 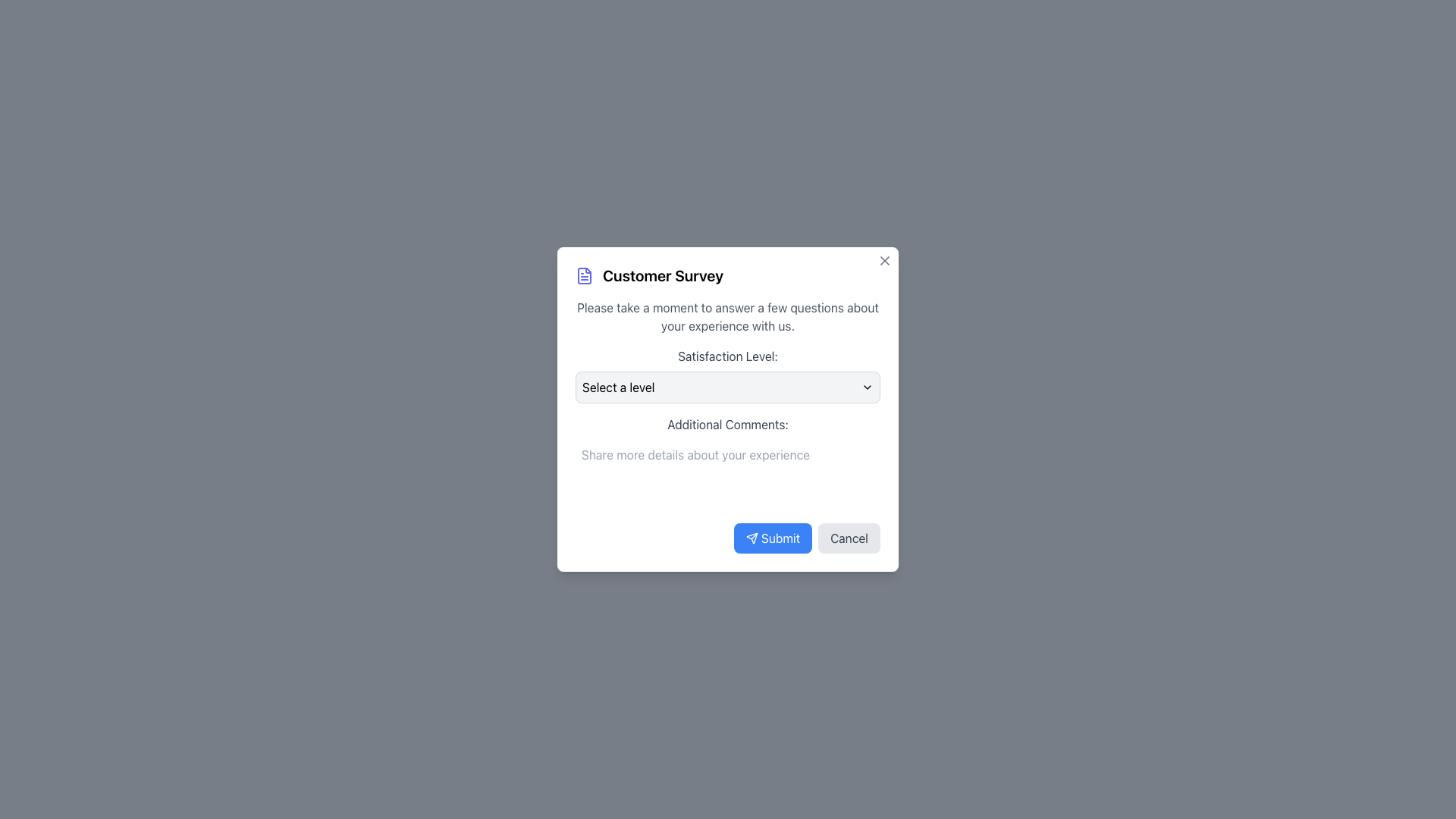 What do you see at coordinates (752, 537) in the screenshot?
I see `the paper airplane icon located on the left side of the 'Submit' button` at bounding box center [752, 537].